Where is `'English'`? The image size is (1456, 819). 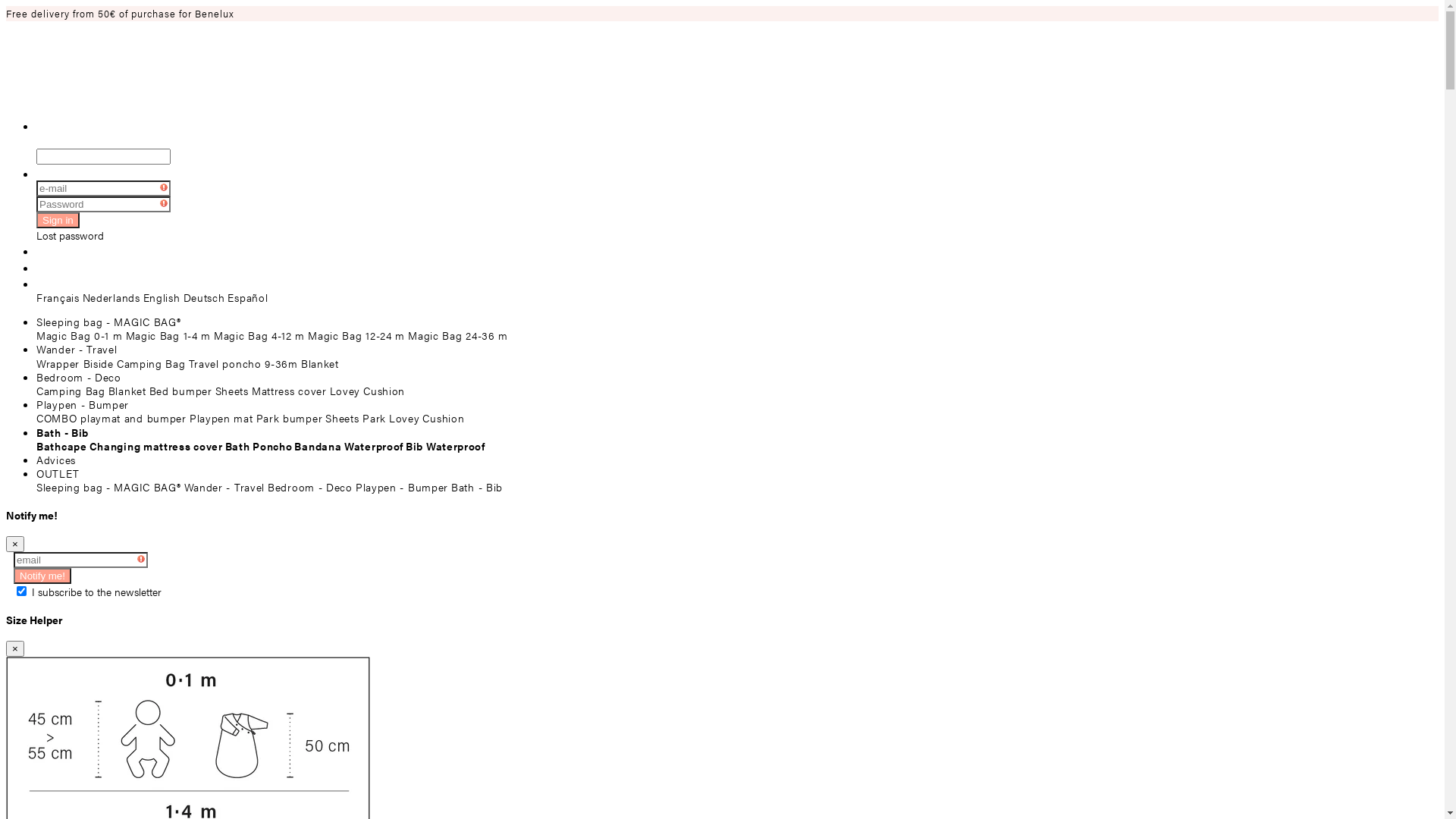
'English' is located at coordinates (143, 297).